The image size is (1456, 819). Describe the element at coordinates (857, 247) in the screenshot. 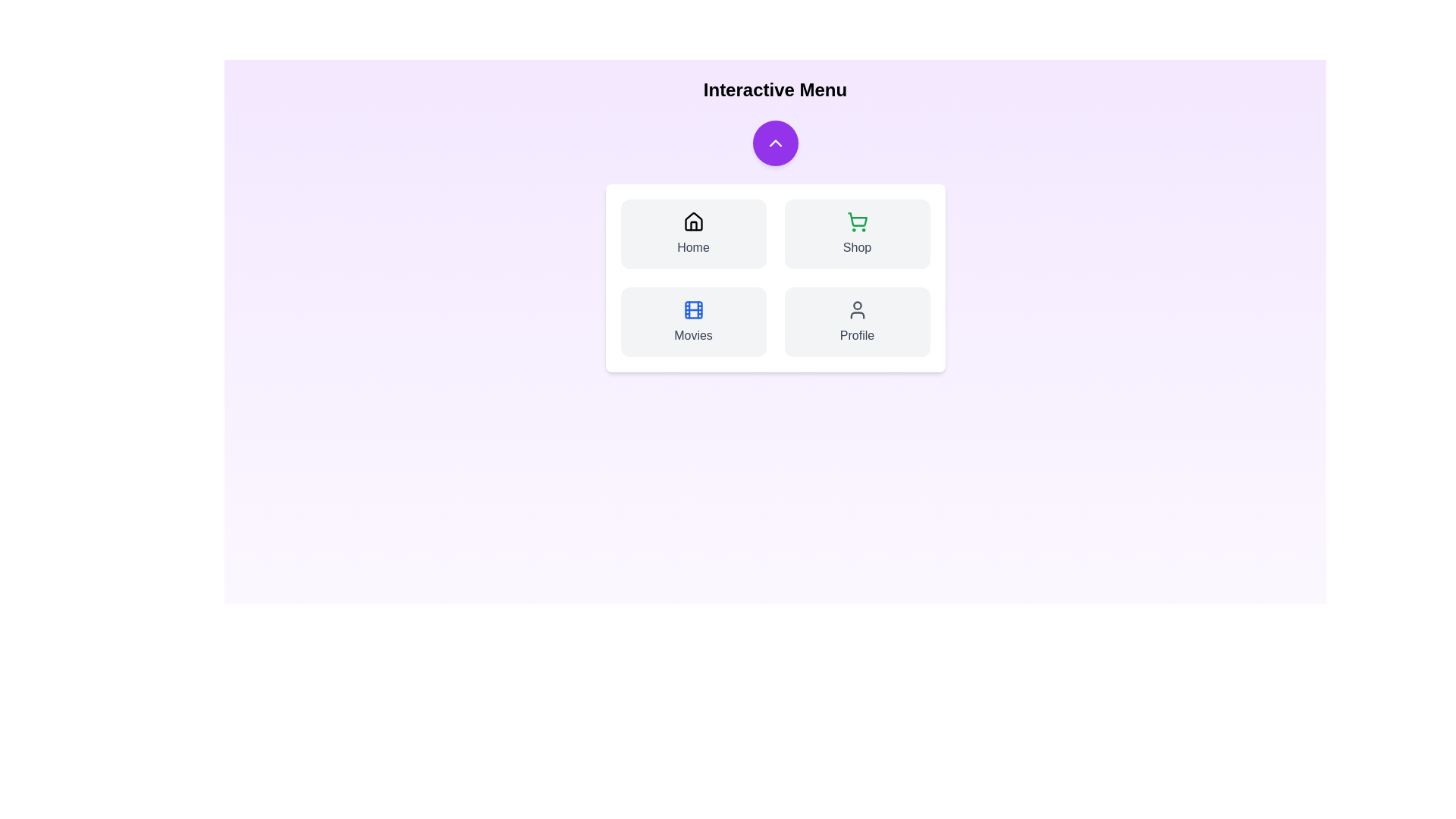

I see `the text label of the menu item Shop` at that location.